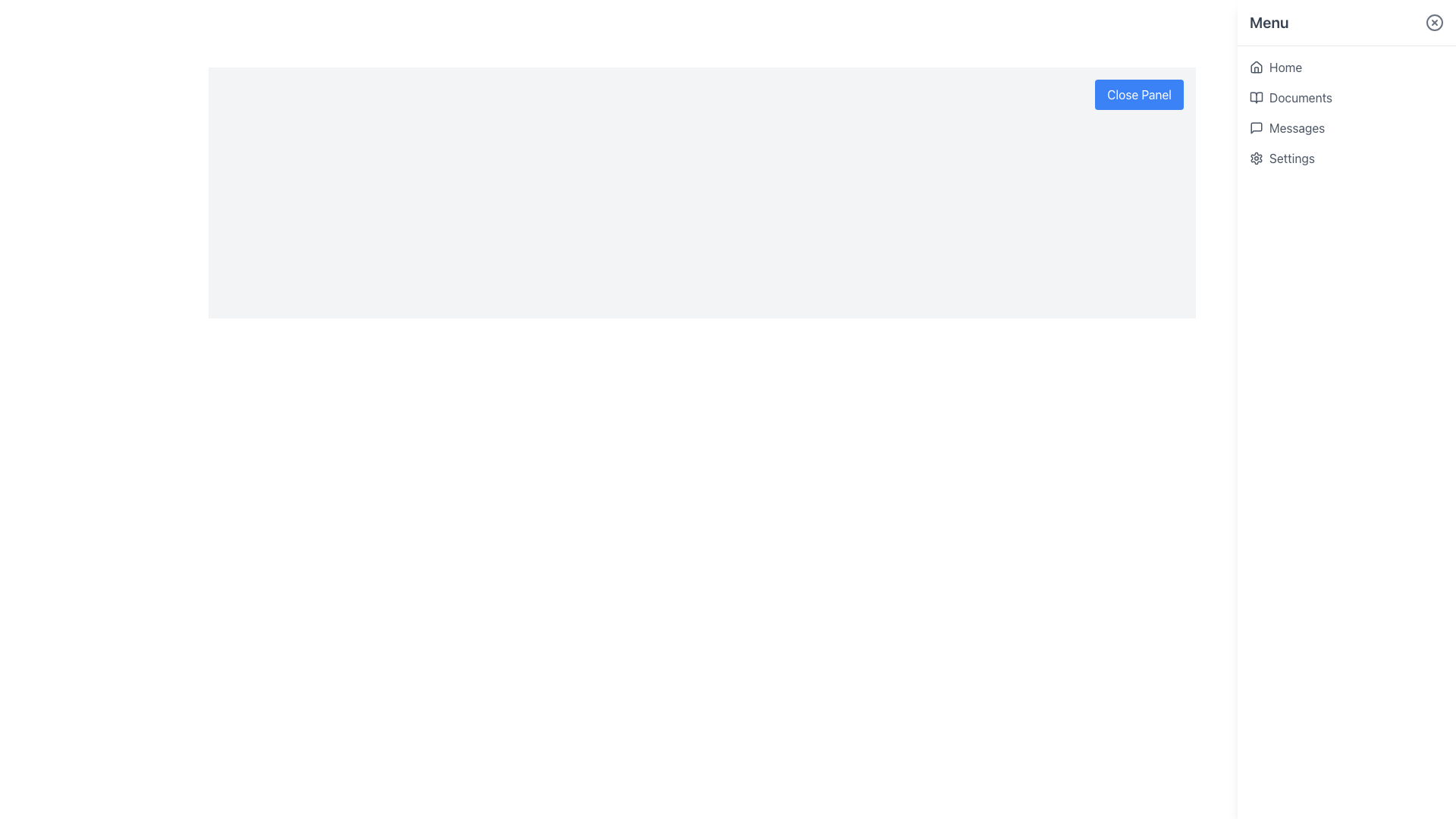  Describe the element at coordinates (1347, 112) in the screenshot. I see `the third menu item in the sidebar, which is located between 'Documents' and 'Settings'` at that location.